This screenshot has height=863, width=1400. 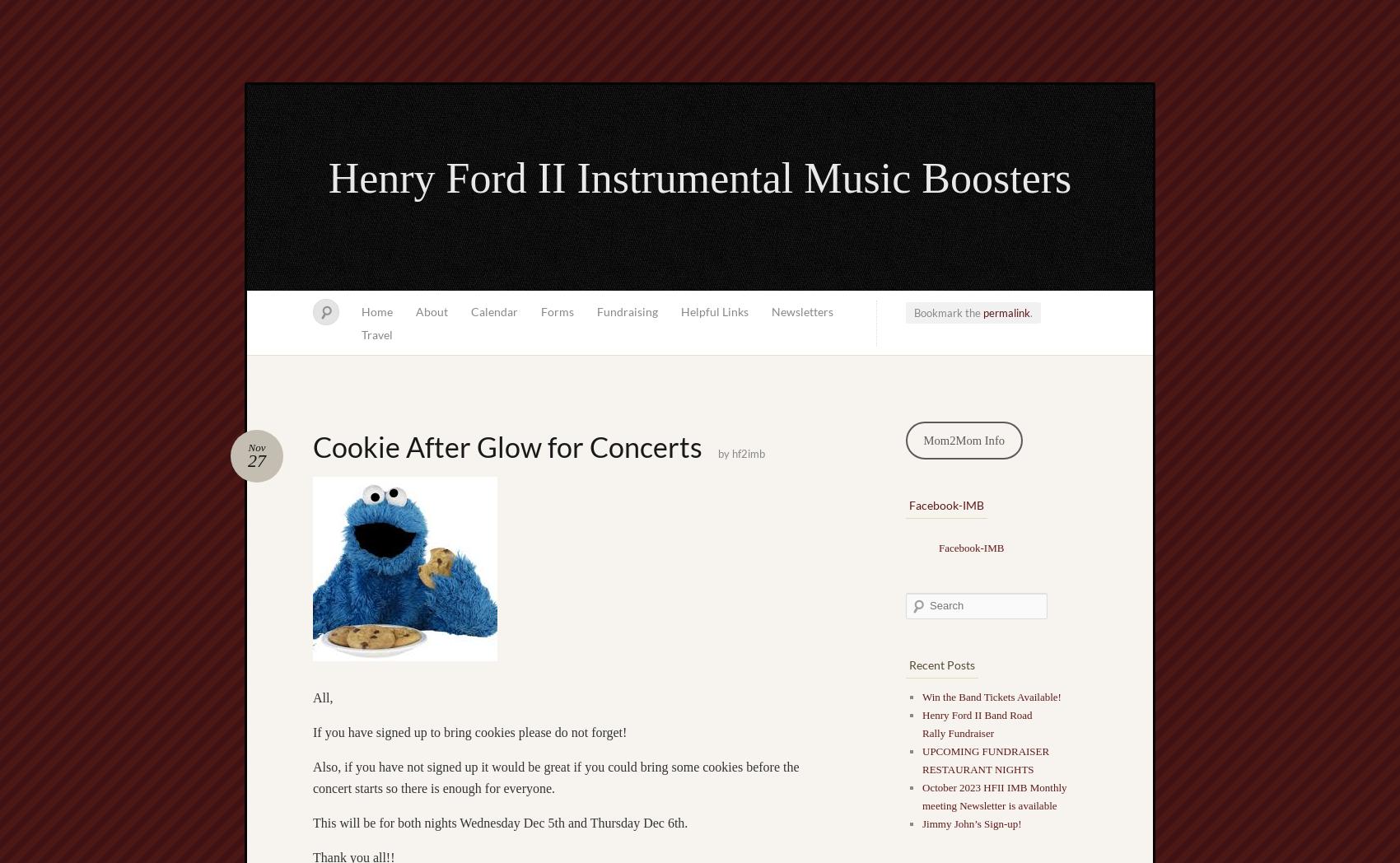 What do you see at coordinates (990, 696) in the screenshot?
I see `'Win the Band Tickets Available!'` at bounding box center [990, 696].